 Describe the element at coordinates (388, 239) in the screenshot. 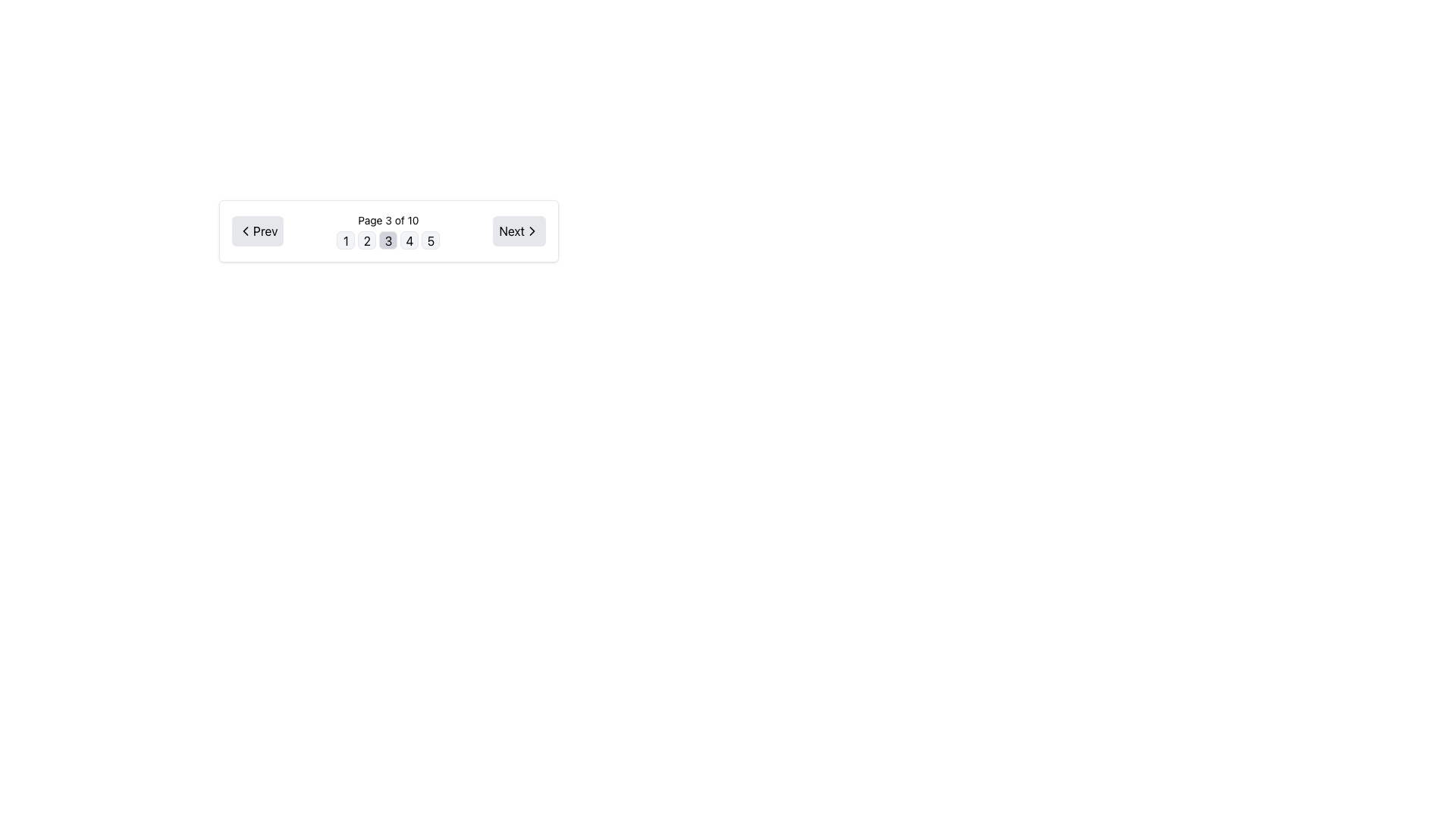

I see `the pagination indicator for page number 3, which is currently non-interactive and part of a sequence of five boxes` at that location.